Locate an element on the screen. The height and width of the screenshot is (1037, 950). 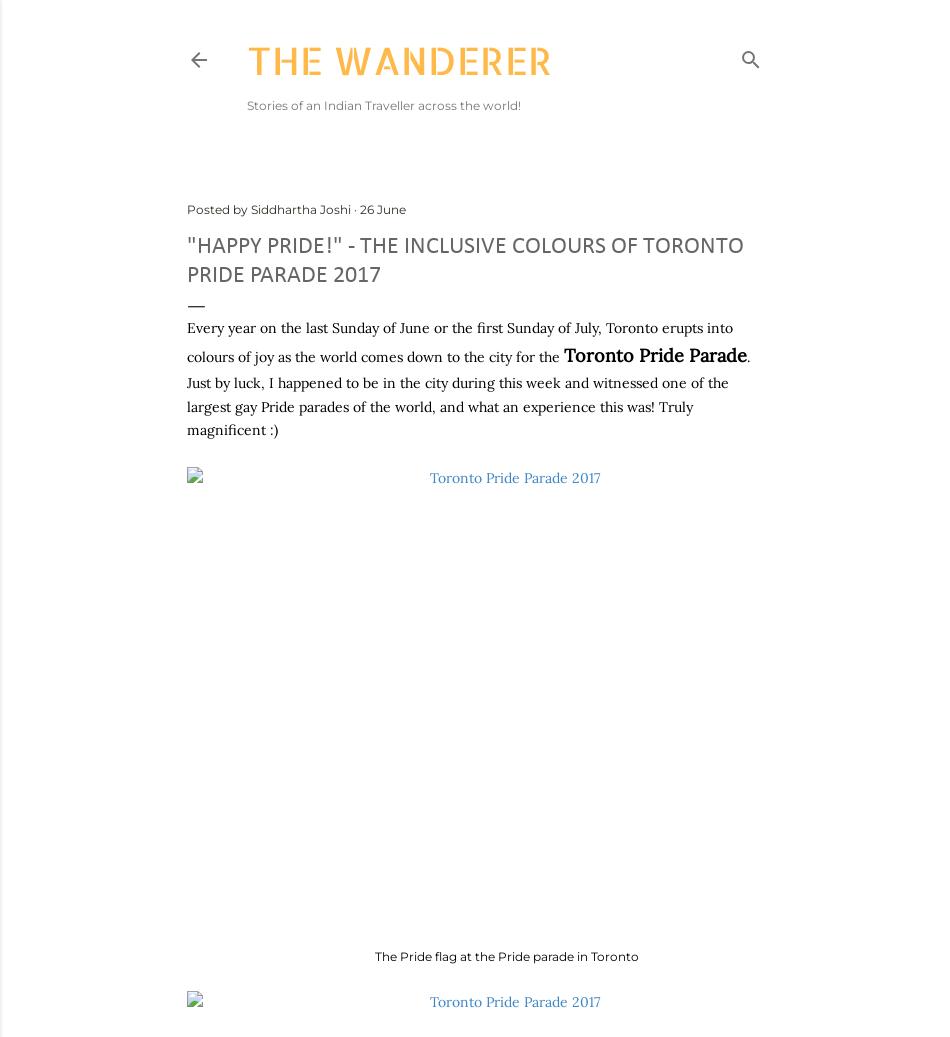
'The Pride flag at the Pride parade in Toronto' is located at coordinates (507, 955).